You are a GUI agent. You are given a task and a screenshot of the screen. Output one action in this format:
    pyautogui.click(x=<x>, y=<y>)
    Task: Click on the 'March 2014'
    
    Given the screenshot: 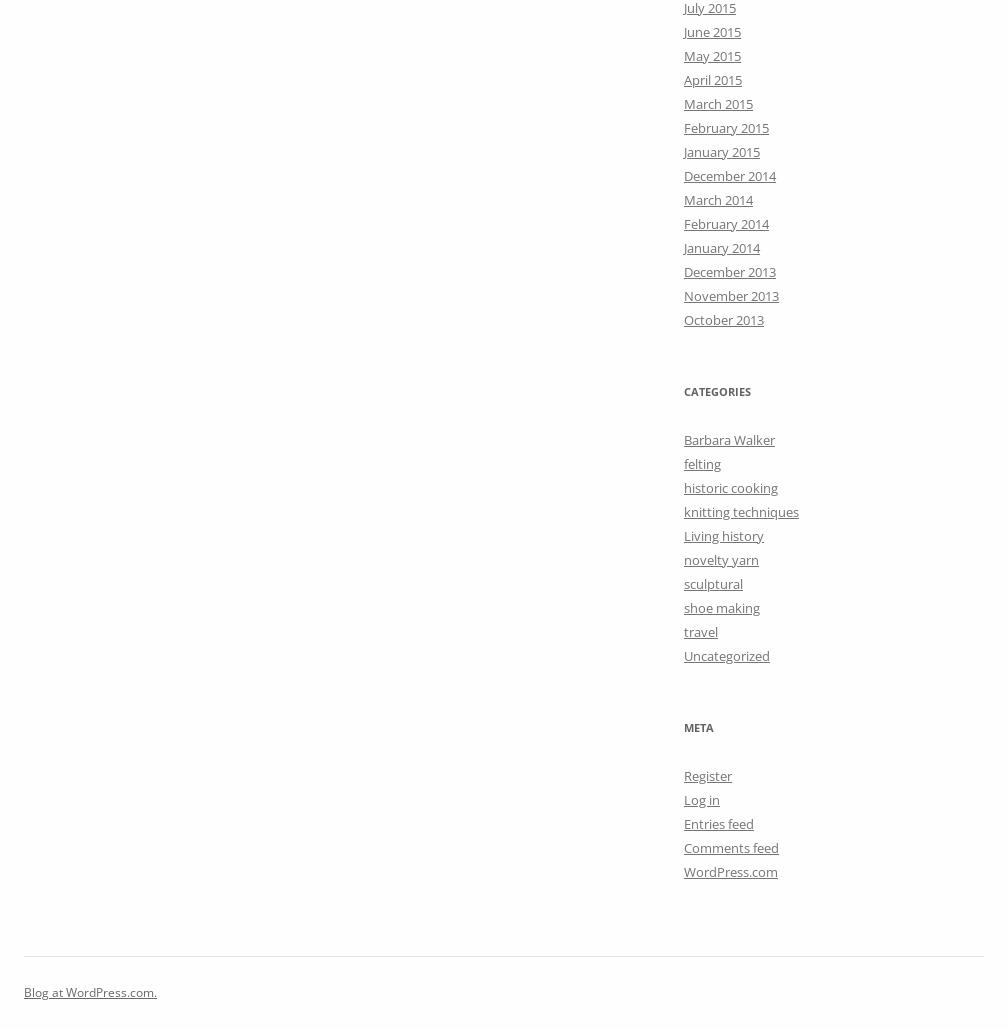 What is the action you would take?
    pyautogui.click(x=718, y=199)
    